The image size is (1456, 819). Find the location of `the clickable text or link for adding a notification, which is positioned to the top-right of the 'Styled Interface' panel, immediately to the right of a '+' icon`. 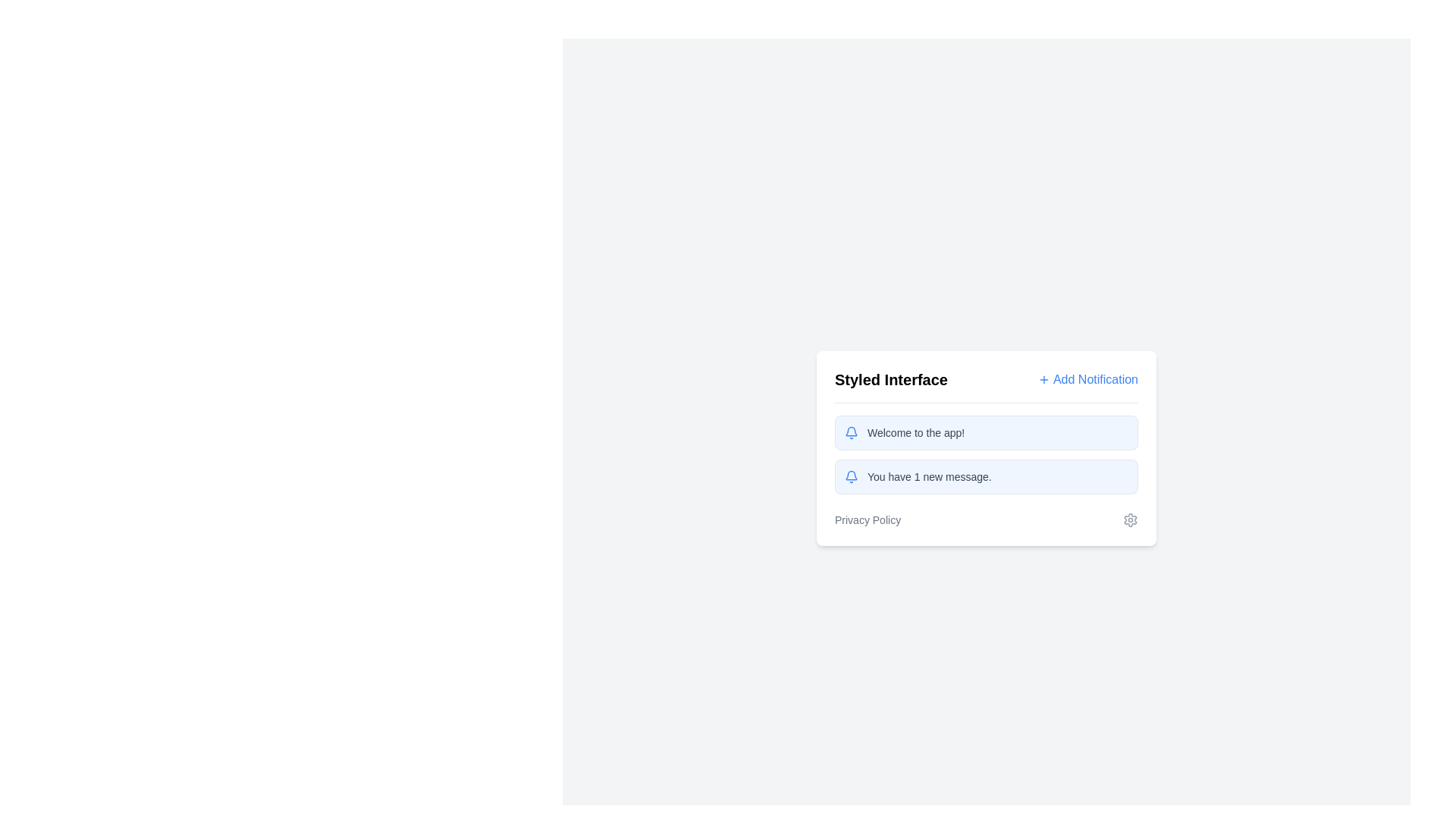

the clickable text or link for adding a notification, which is positioned to the top-right of the 'Styled Interface' panel, immediately to the right of a '+' icon is located at coordinates (1095, 378).